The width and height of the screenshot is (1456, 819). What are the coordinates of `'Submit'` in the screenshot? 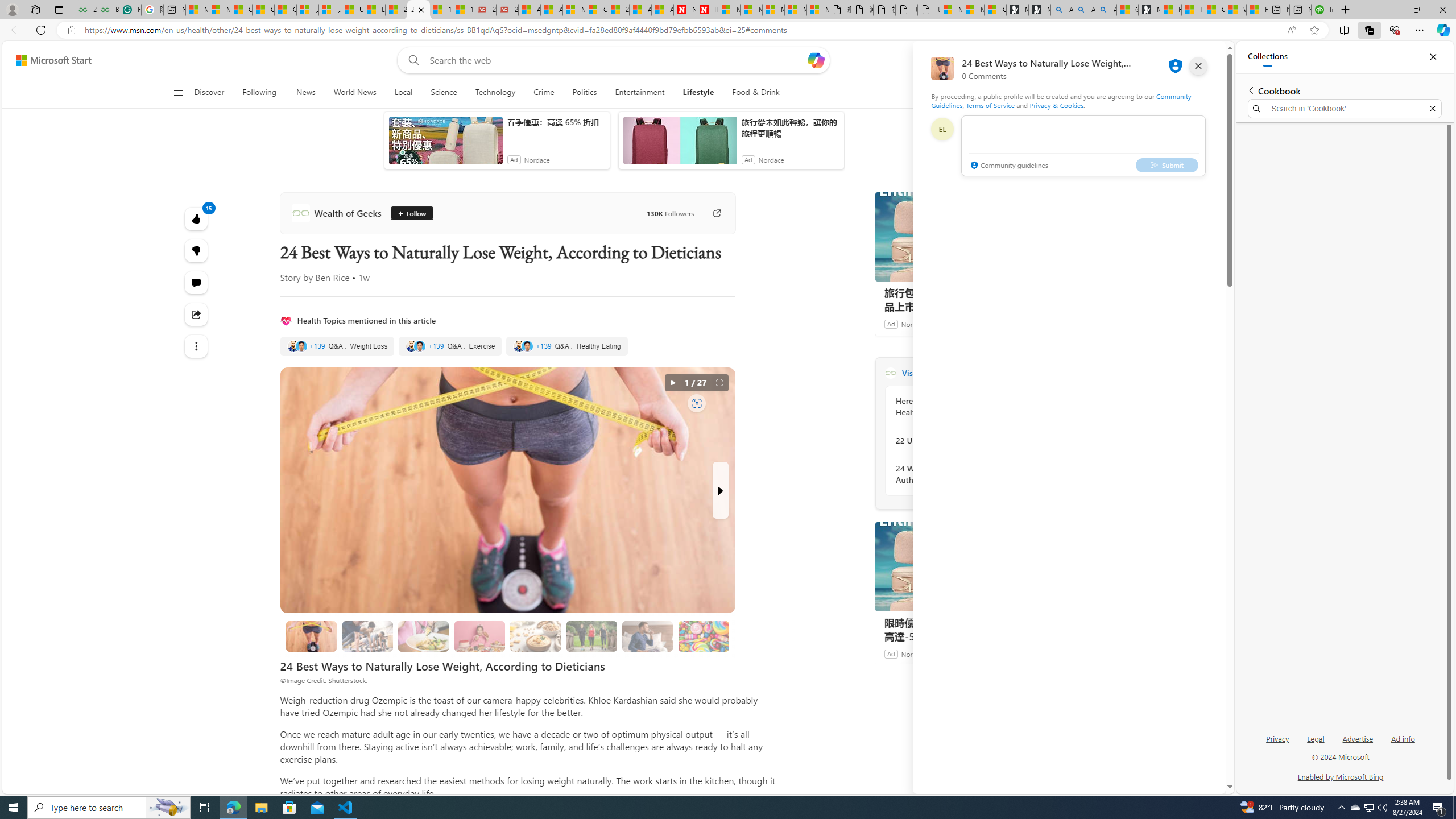 It's located at (1166, 164).